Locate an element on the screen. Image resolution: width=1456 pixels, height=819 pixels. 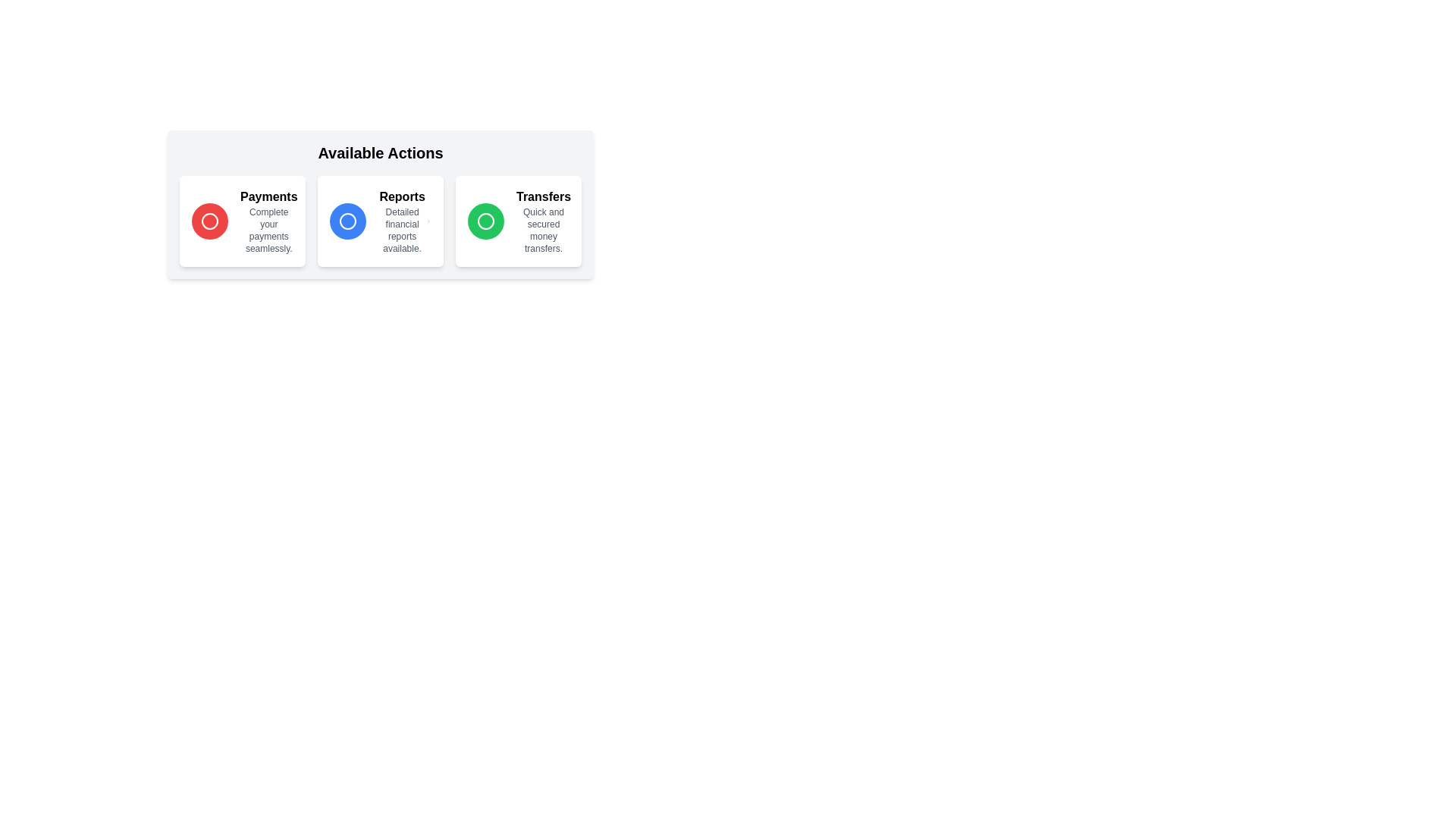
the text label that reads 'Complete your payments seamlessly', which is styled in grayish text and located beneath the heading 'Payments' is located at coordinates (268, 231).